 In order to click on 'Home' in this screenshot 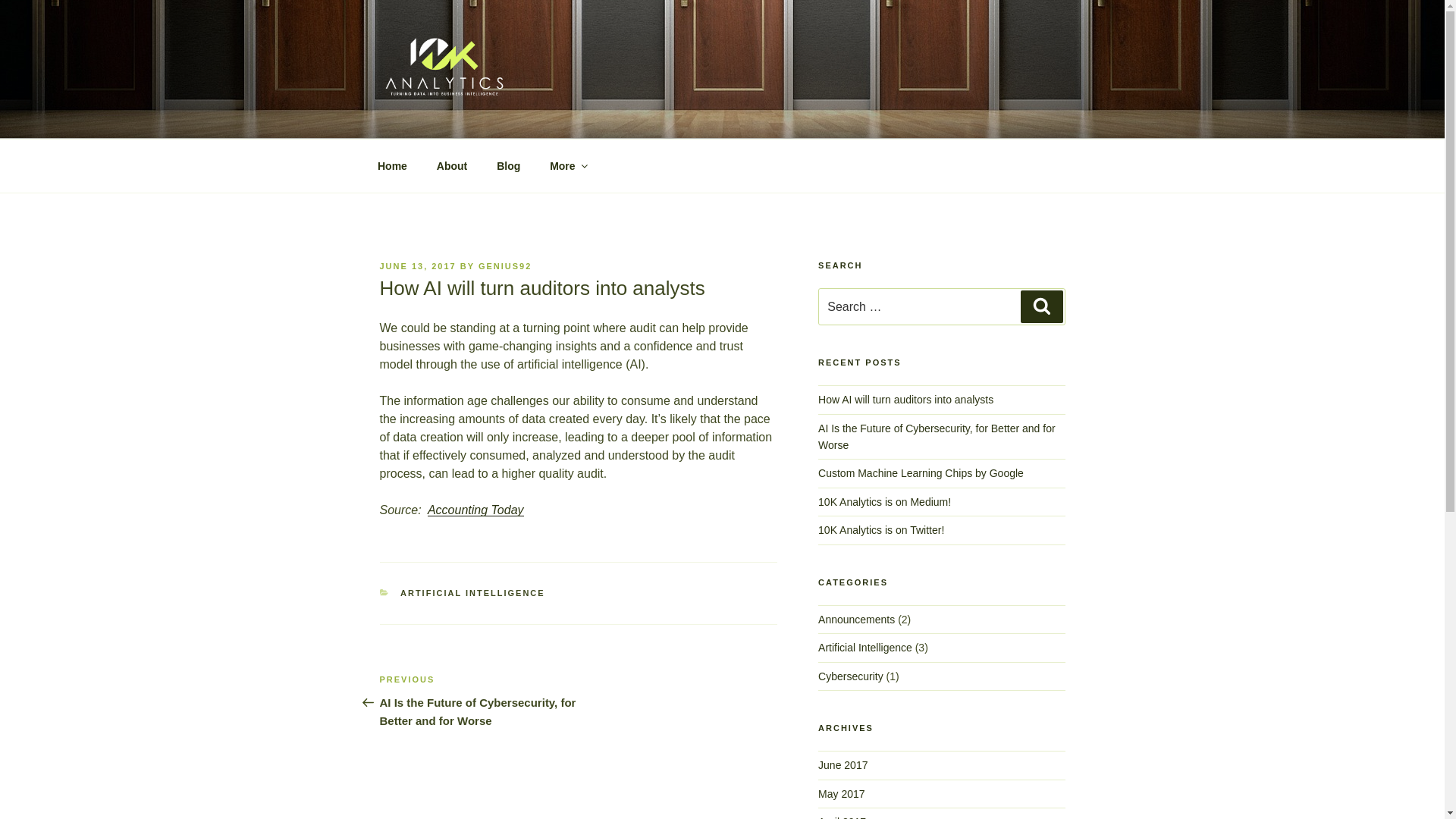, I will do `click(392, 165)`.